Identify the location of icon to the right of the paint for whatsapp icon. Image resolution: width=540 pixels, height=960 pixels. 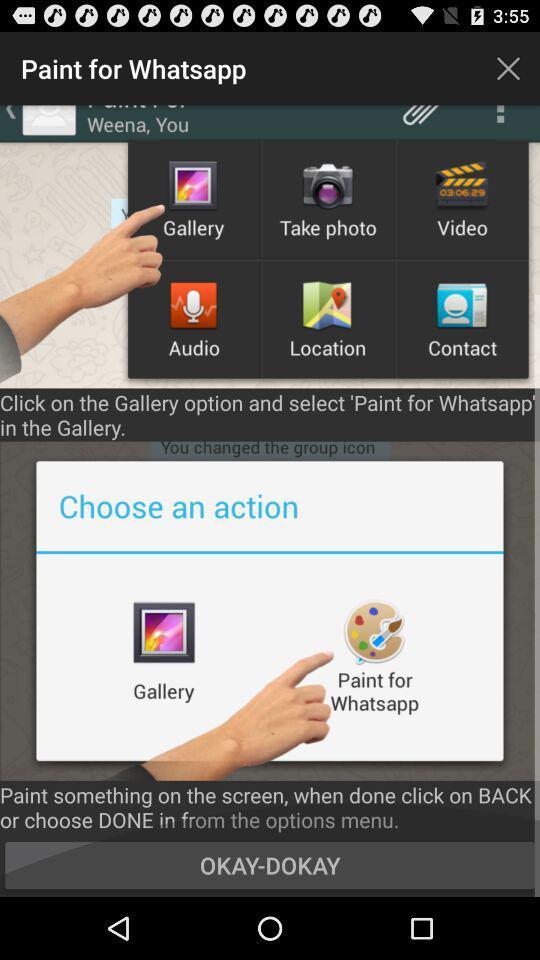
(508, 68).